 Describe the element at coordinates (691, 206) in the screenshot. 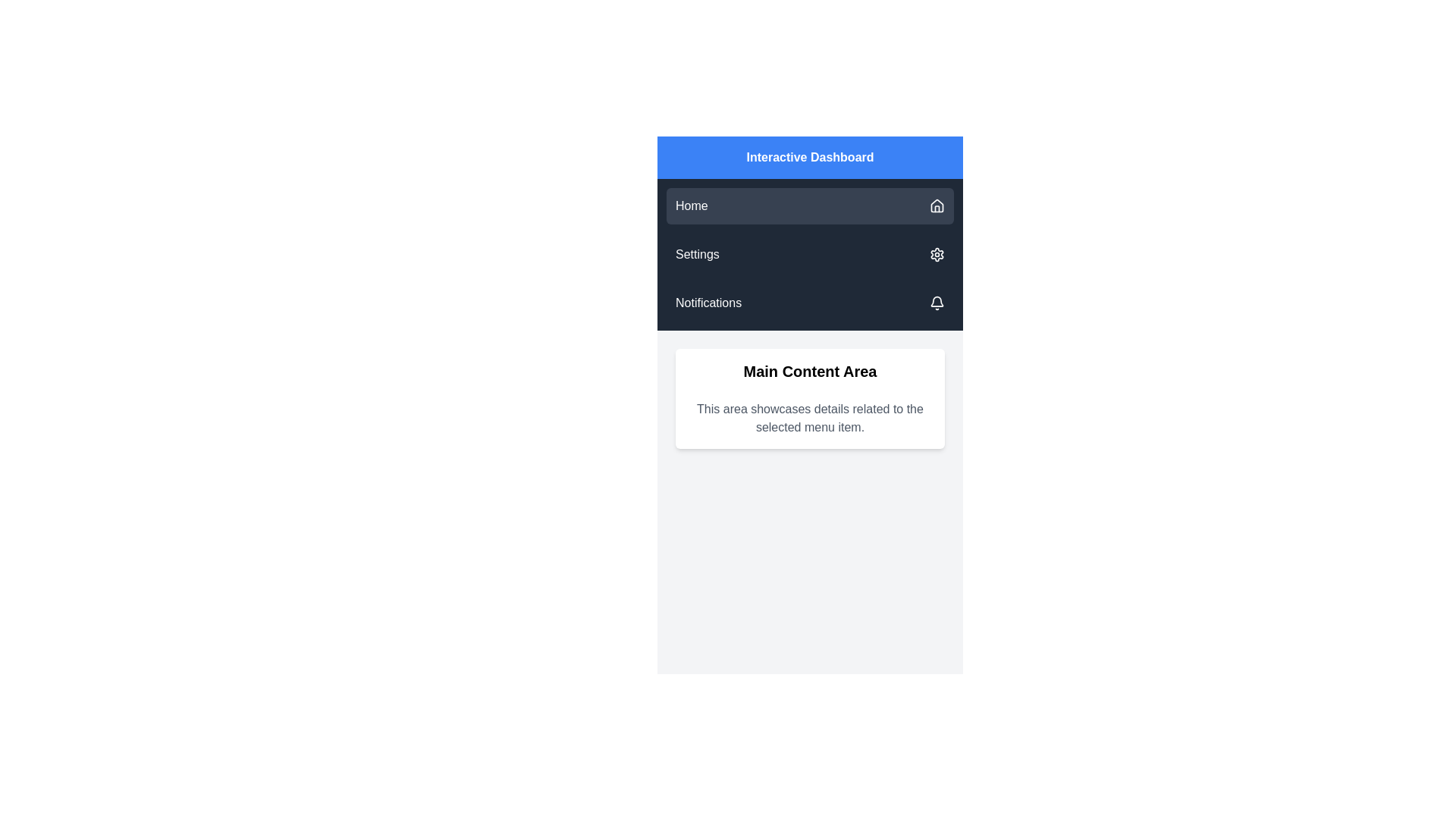

I see `the 'Home' text label displayed in white on a dark background, which is located in the top-left corner of the menu bar` at that location.